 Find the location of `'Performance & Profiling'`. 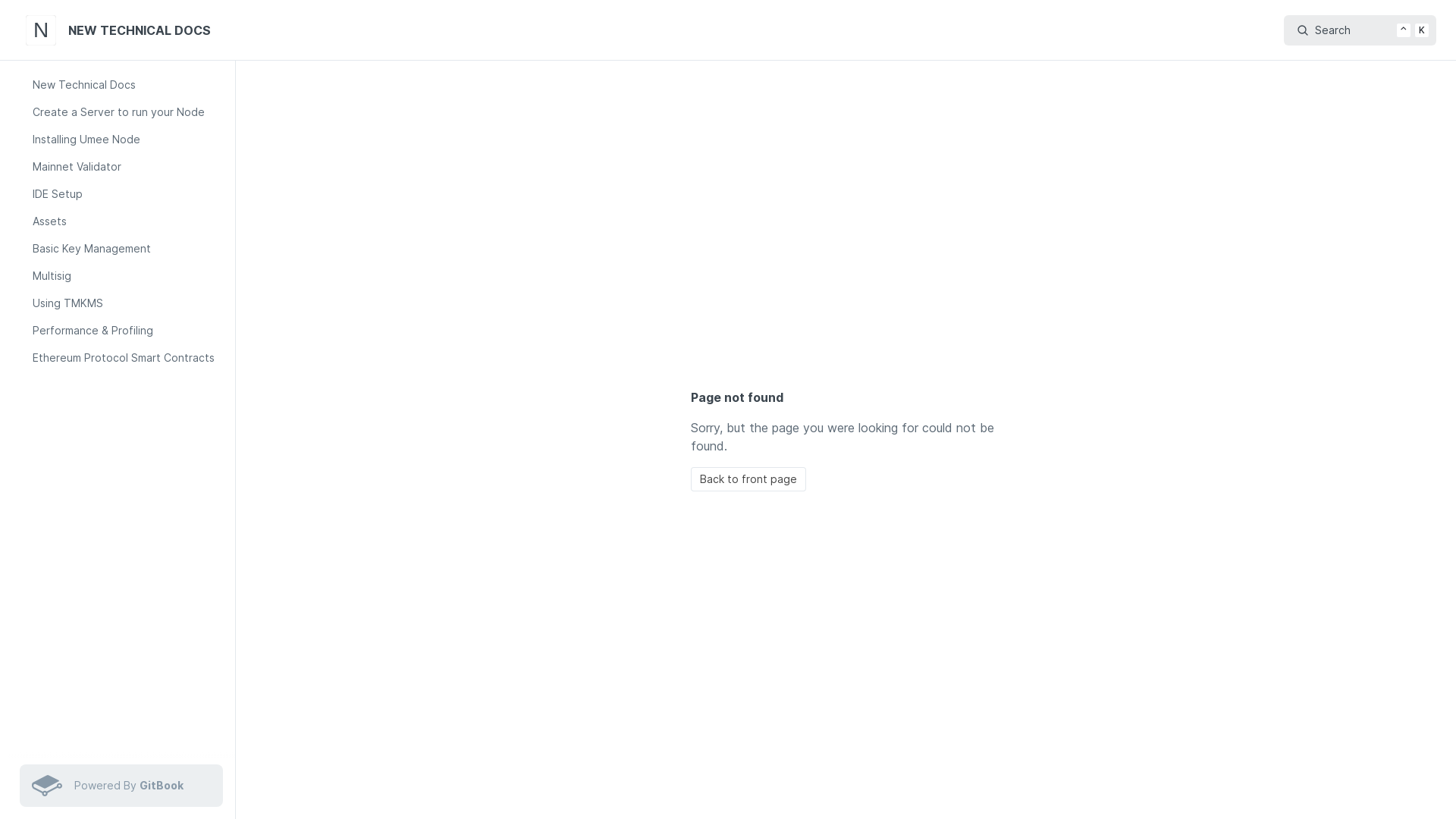

'Performance & Profiling' is located at coordinates (127, 329).